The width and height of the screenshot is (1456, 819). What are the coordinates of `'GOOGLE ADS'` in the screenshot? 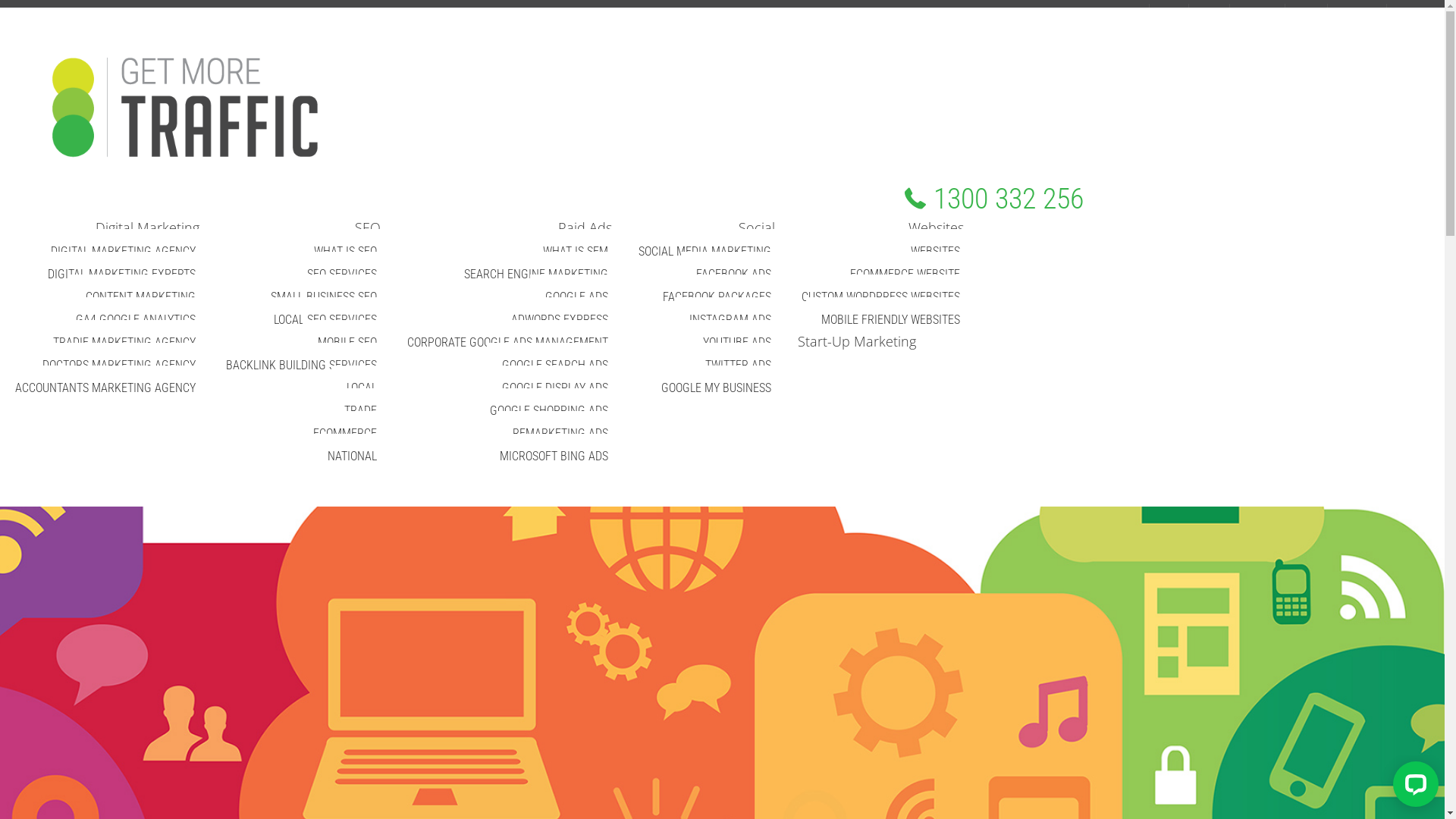 It's located at (576, 297).